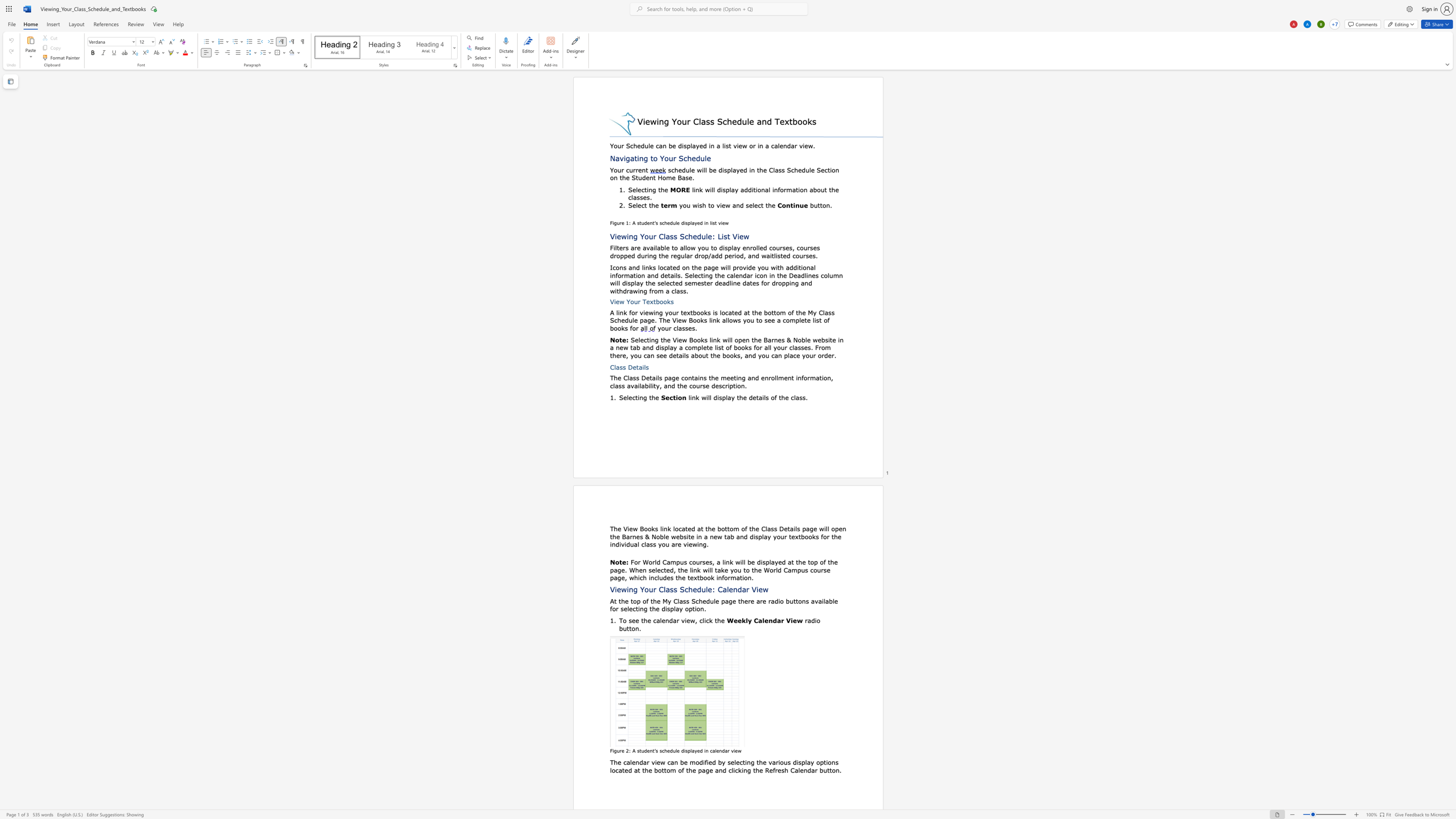 This screenshot has height=819, width=1456. Describe the element at coordinates (704, 620) in the screenshot. I see `the space between the continuous character "l" and "i" in the text` at that location.